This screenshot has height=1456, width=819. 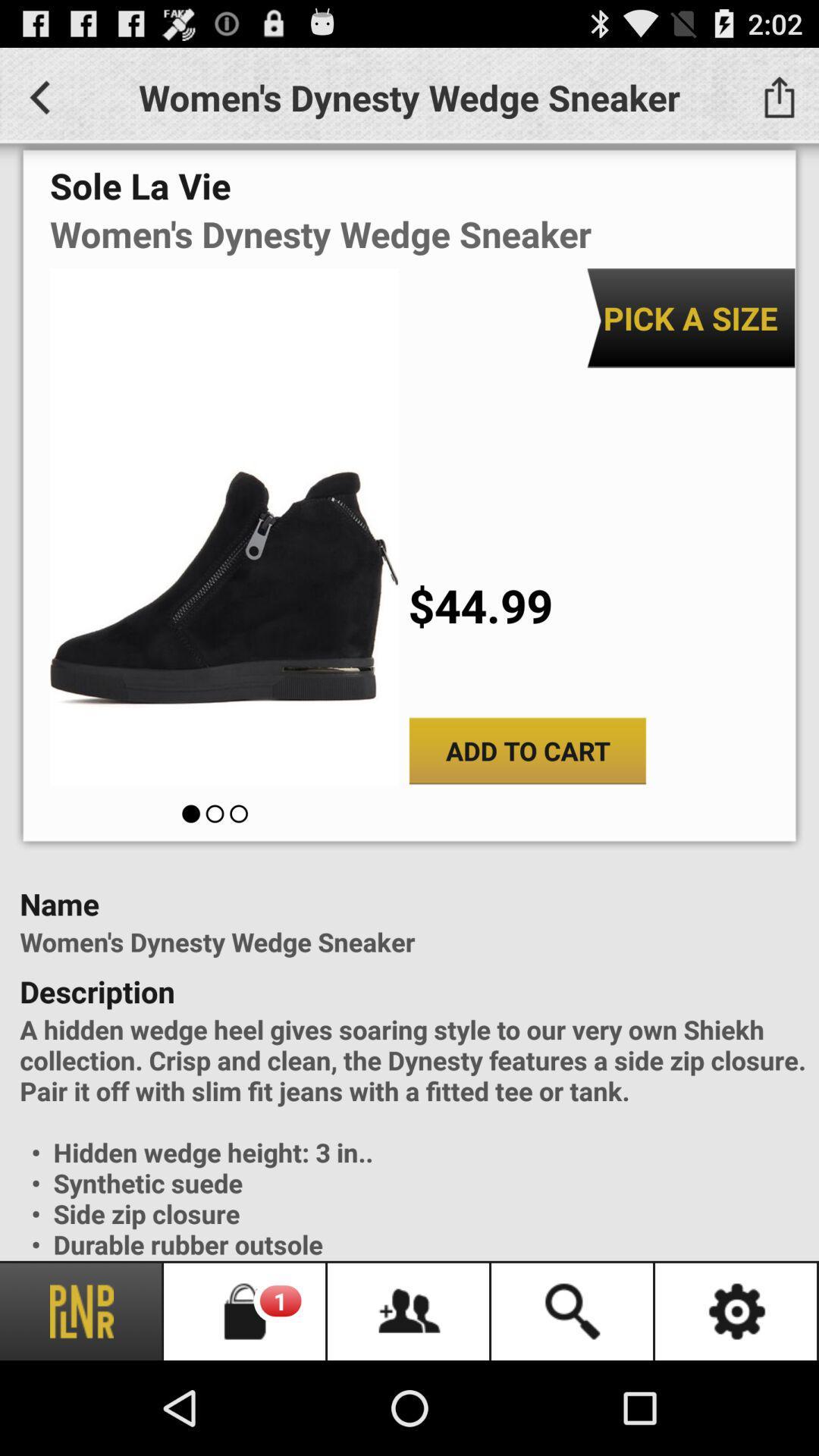 I want to click on the arrow_backward icon, so click(x=39, y=103).